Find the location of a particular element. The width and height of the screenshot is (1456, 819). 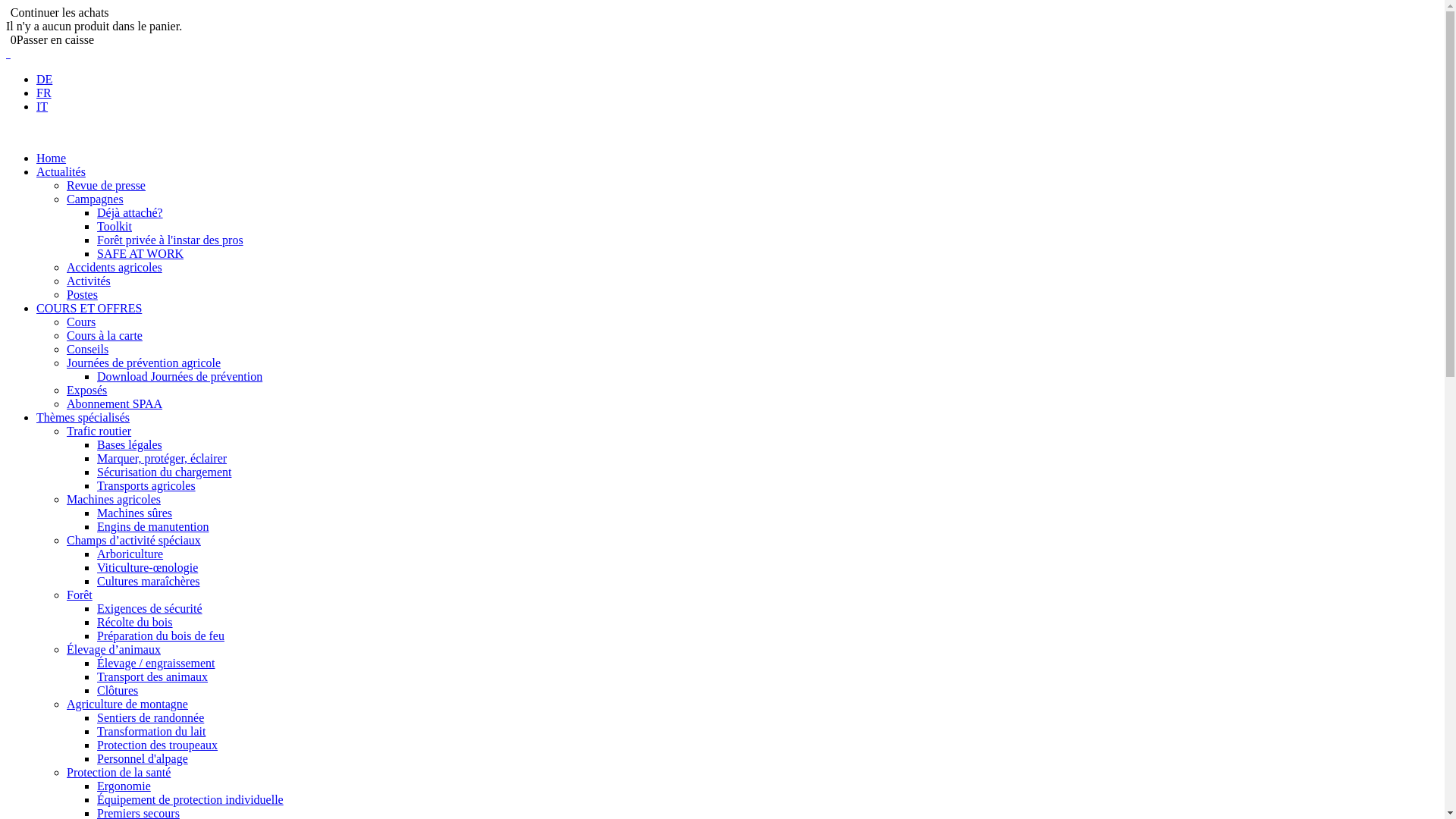

'Transports agricoles' is located at coordinates (96, 485).